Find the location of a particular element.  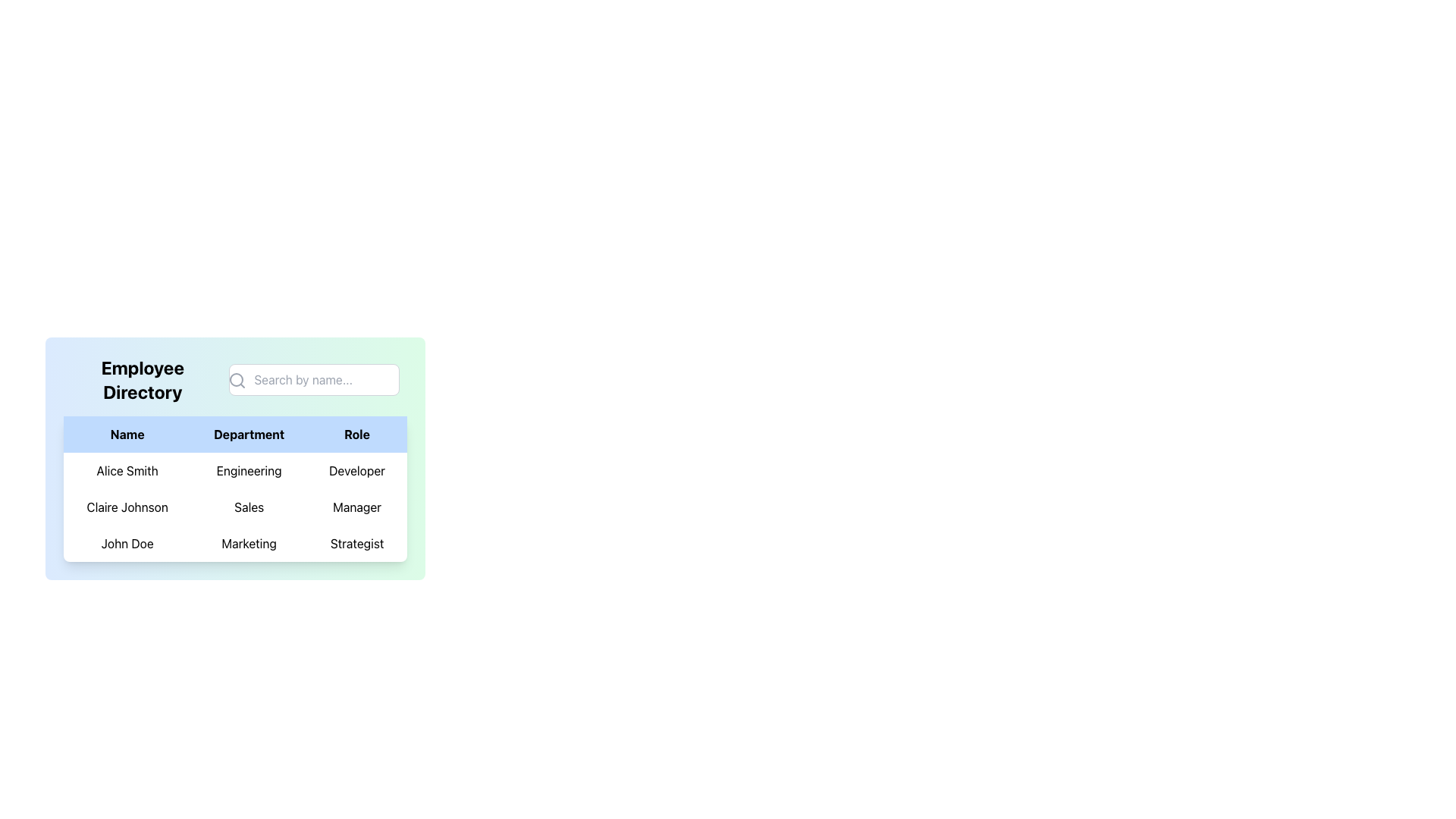

the second row of the table containing 'Claire Johnson', 'Sales', and 'Manager' is located at coordinates (234, 507).